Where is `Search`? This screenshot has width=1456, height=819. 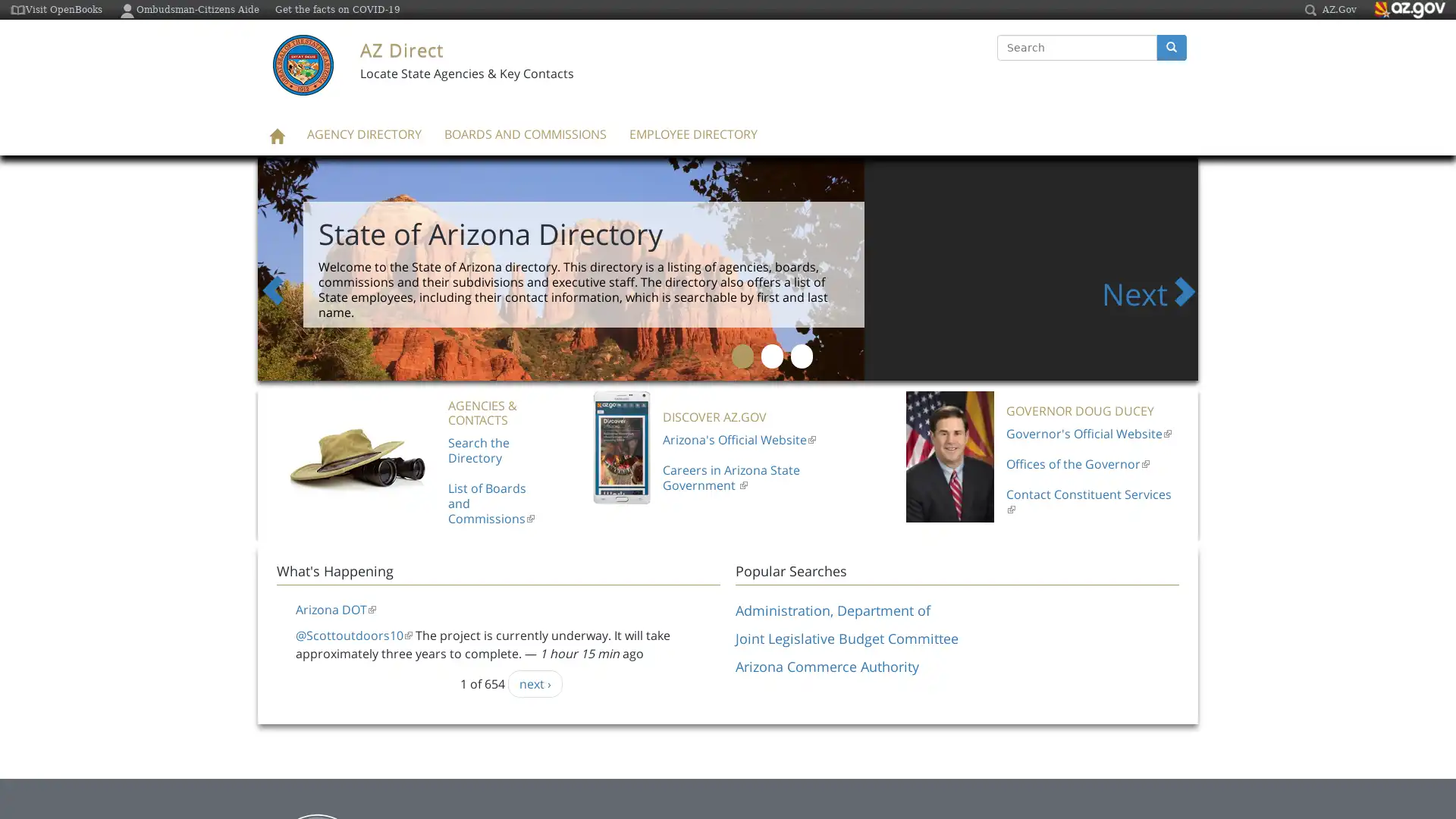 Search is located at coordinates (997, 61).